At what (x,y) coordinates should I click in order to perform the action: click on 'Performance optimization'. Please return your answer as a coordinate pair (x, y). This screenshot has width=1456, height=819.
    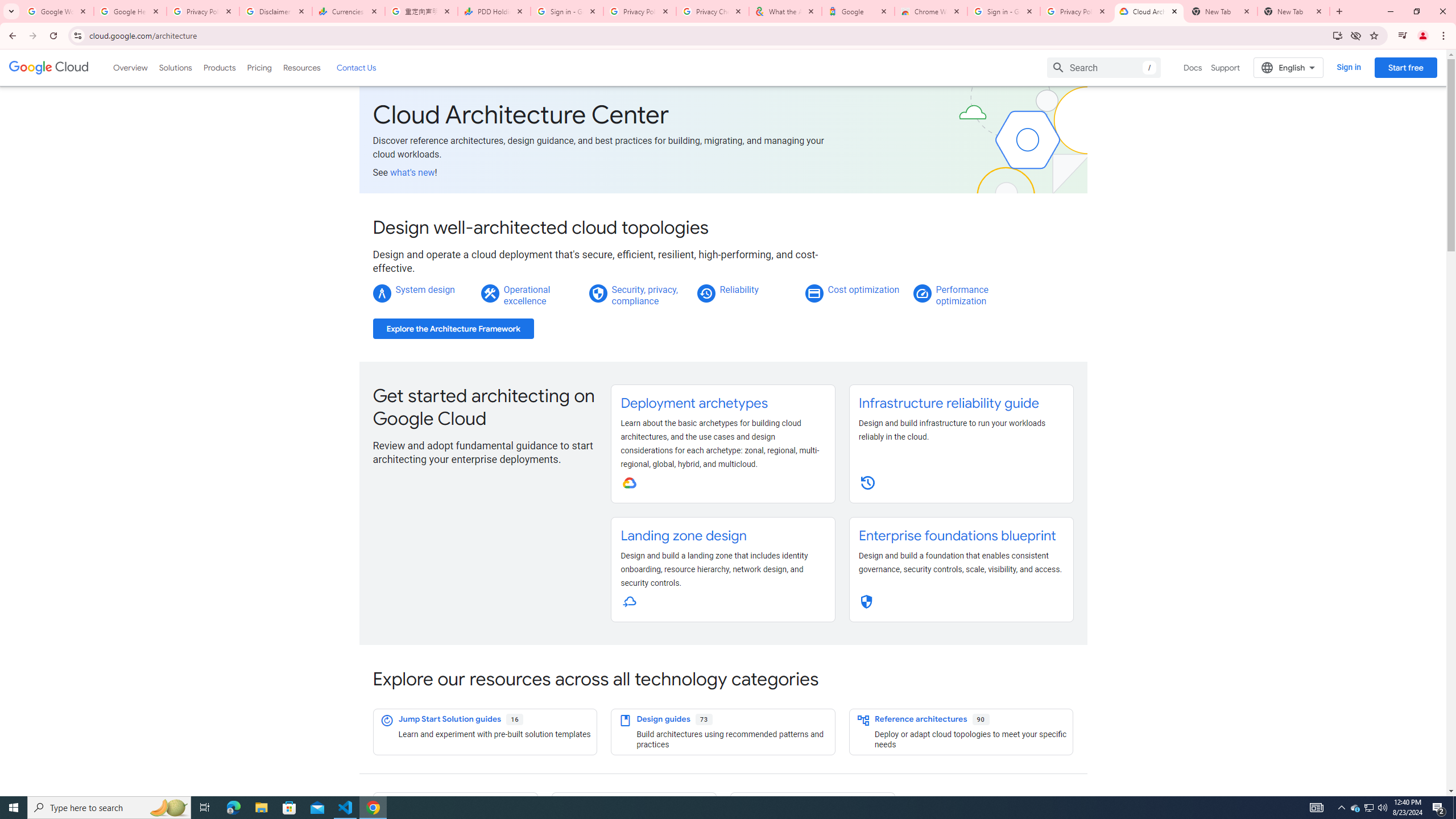
    Looking at the image, I should click on (962, 295).